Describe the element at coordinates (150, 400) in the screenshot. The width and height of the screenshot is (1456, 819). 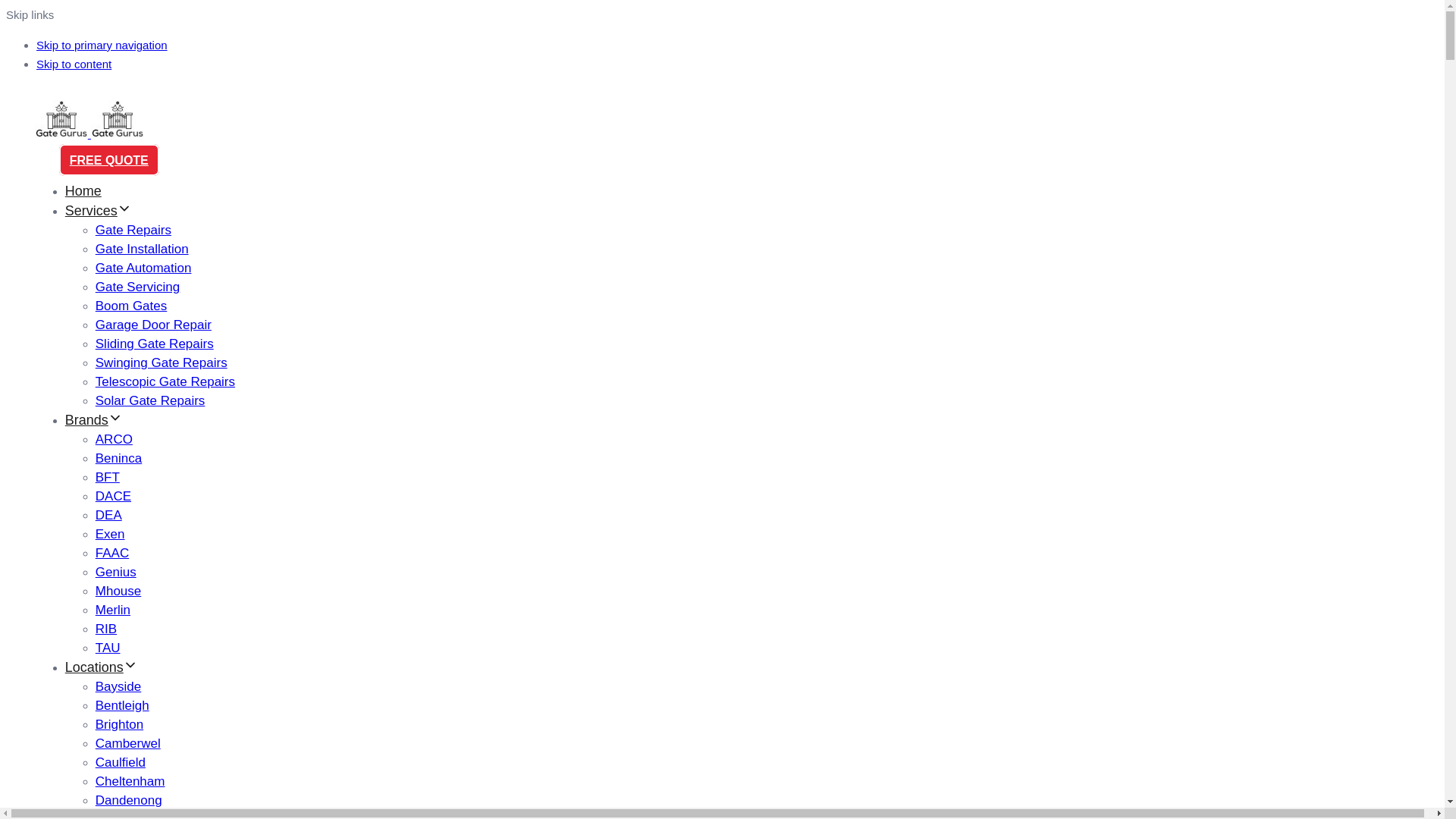
I see `'Solar Gate Repairs'` at that location.